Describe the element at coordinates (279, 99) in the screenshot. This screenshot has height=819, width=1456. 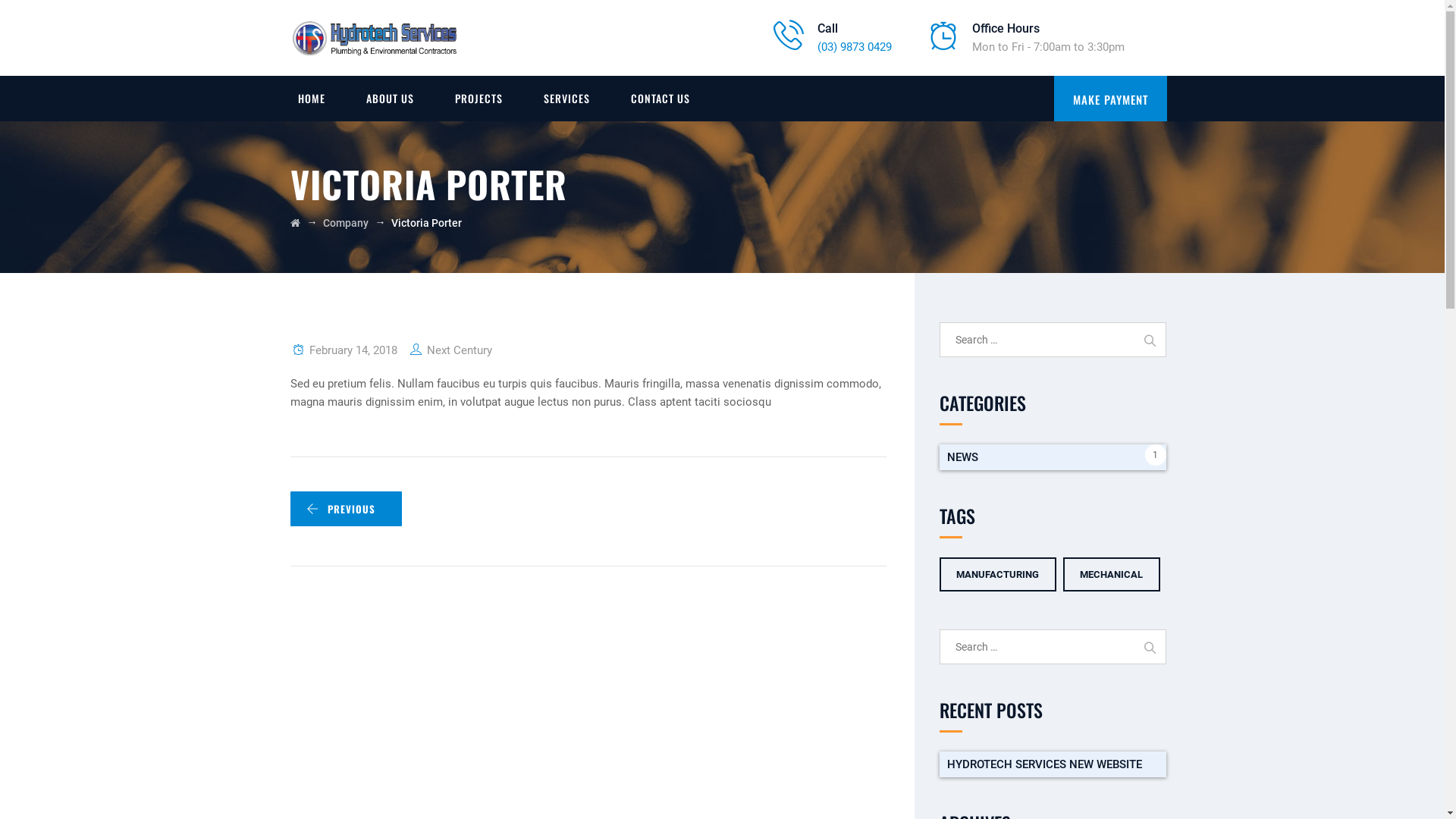
I see `'HOME'` at that location.